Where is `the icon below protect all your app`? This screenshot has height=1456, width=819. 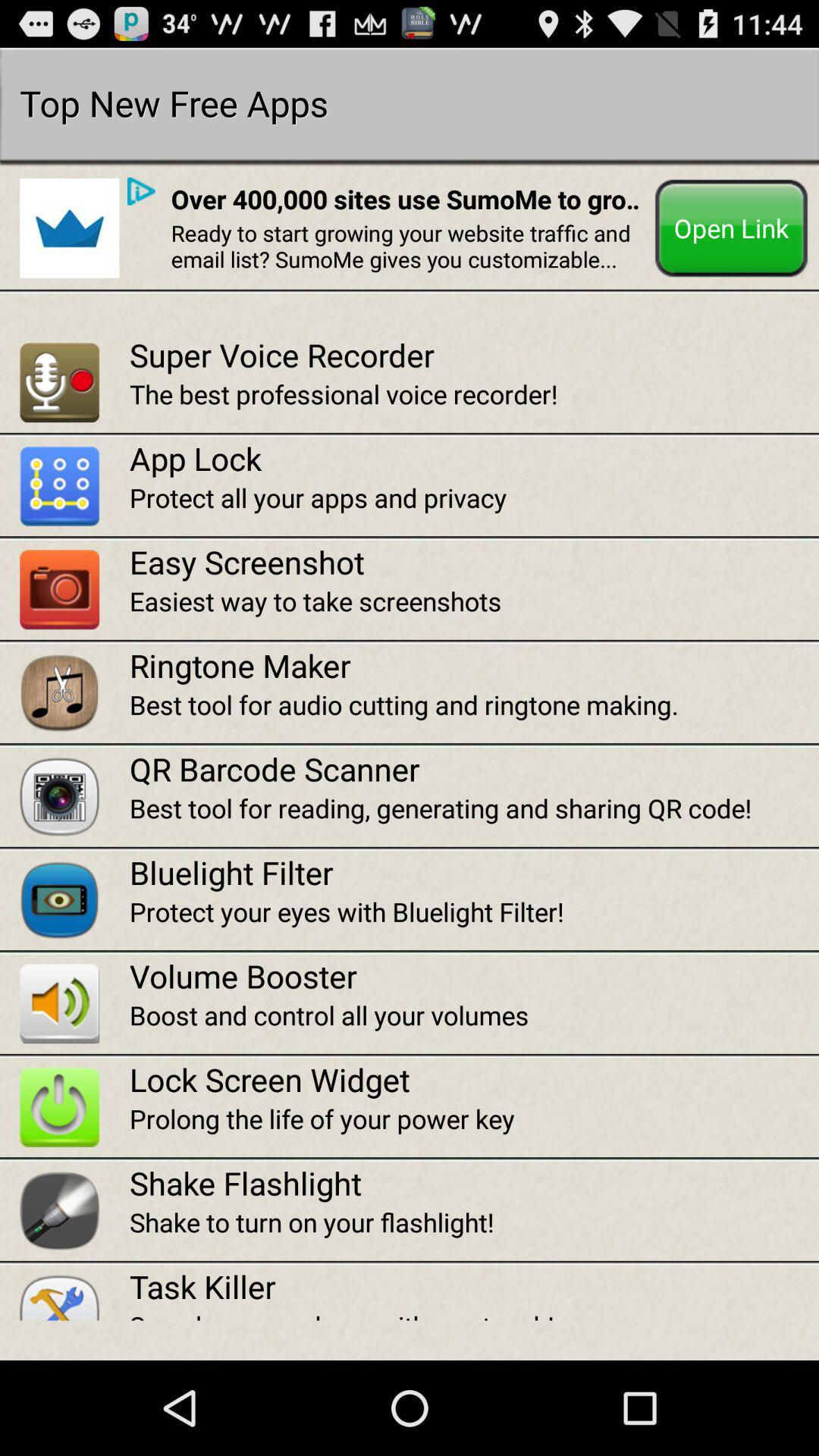
the icon below protect all your app is located at coordinates (473, 560).